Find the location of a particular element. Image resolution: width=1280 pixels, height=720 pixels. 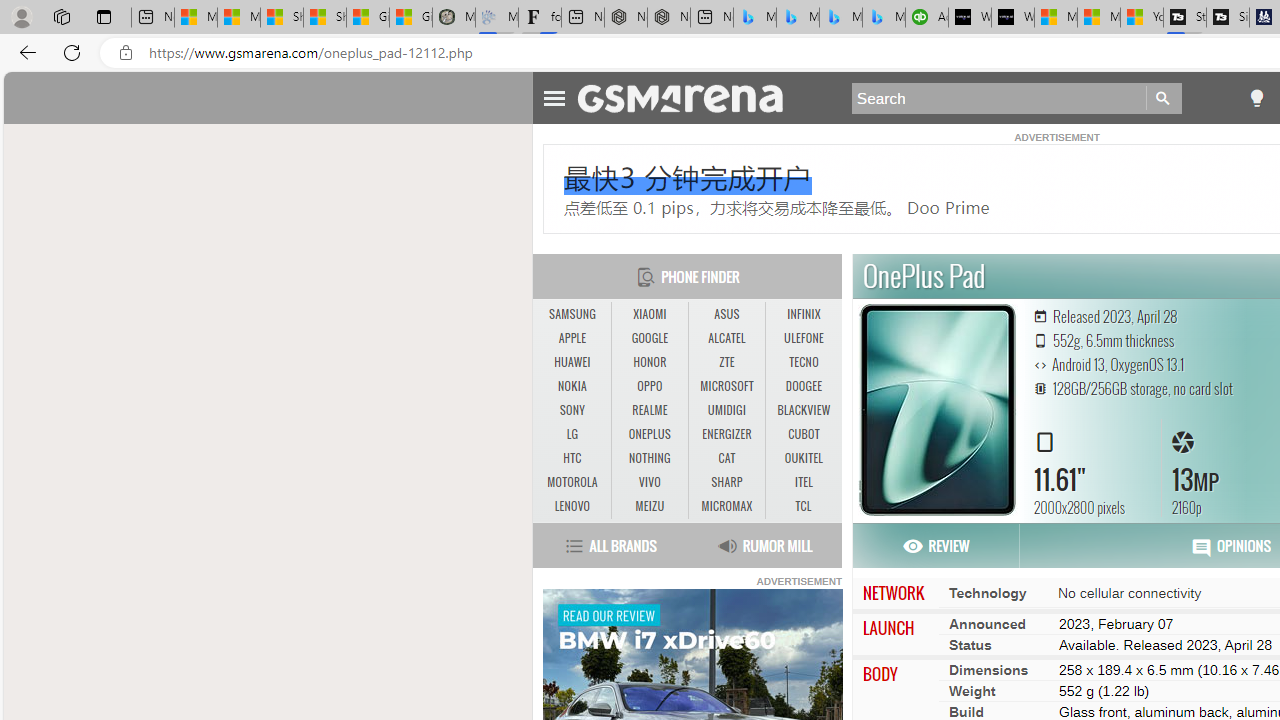

'TCL' is located at coordinates (803, 505).